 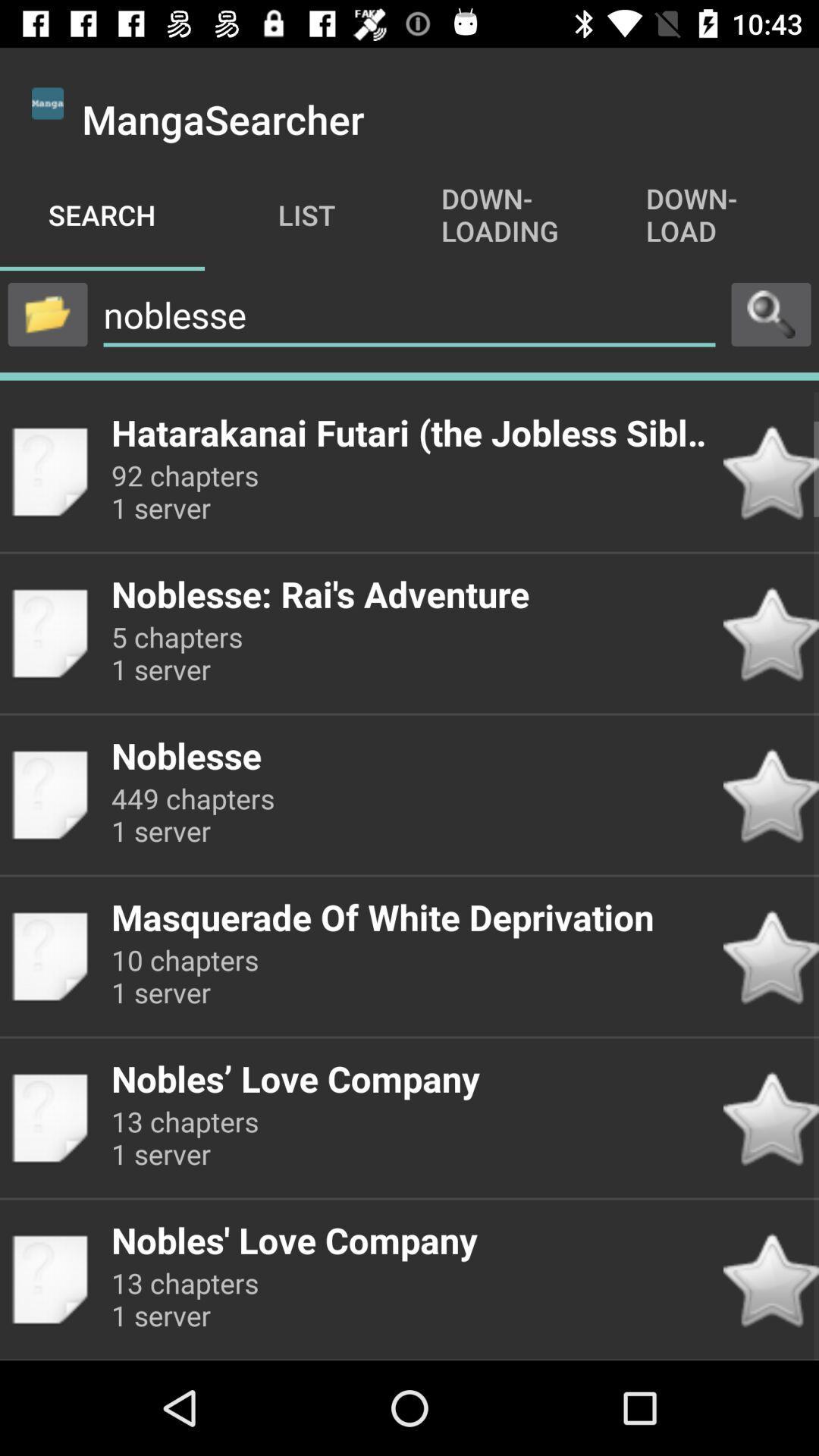 I want to click on the search icon, so click(x=771, y=313).